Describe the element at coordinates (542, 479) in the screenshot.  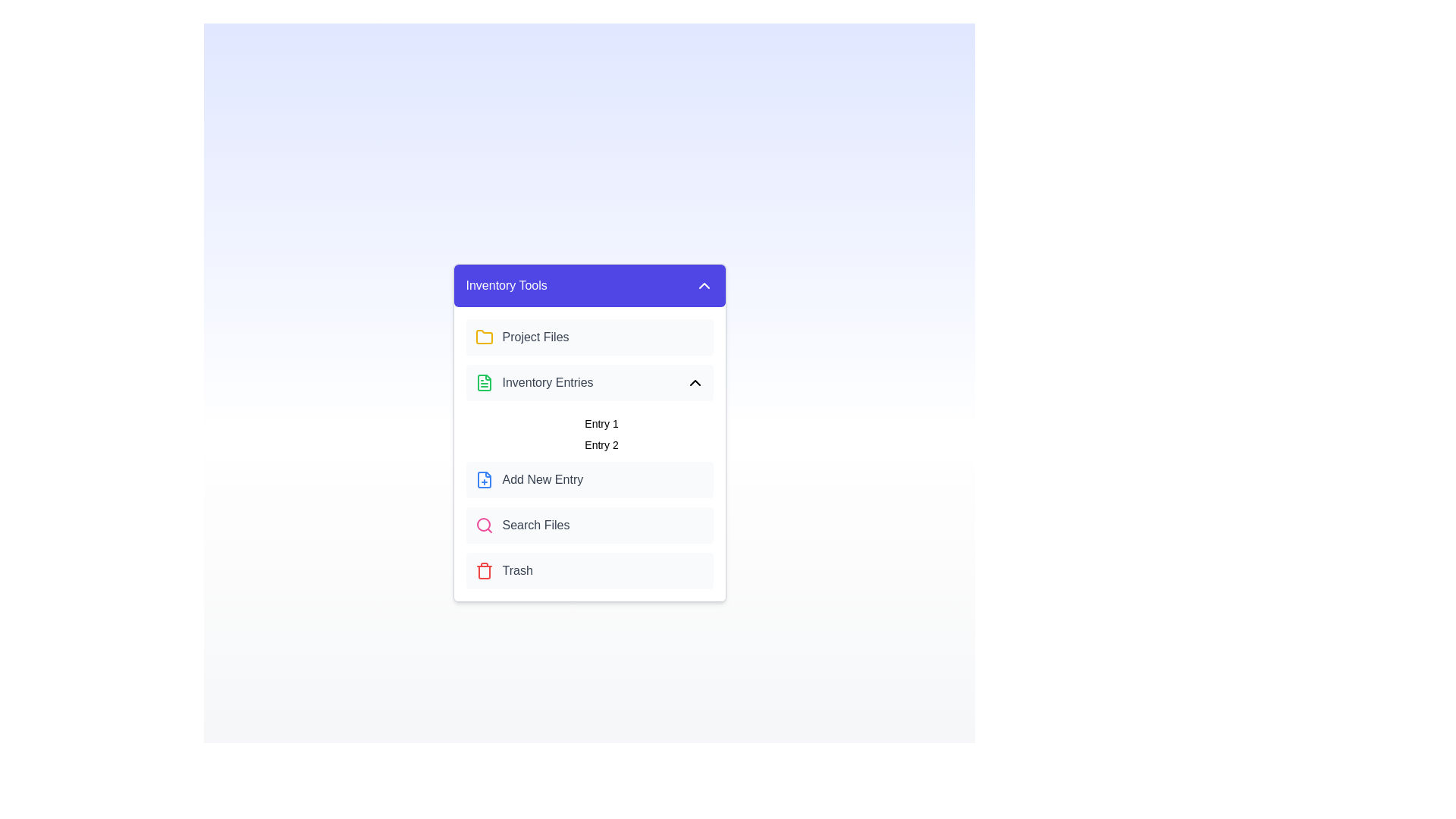
I see `the 'Add New Entry' text label, which is styled in gray and located under the 'Inventory Entries' section` at that location.